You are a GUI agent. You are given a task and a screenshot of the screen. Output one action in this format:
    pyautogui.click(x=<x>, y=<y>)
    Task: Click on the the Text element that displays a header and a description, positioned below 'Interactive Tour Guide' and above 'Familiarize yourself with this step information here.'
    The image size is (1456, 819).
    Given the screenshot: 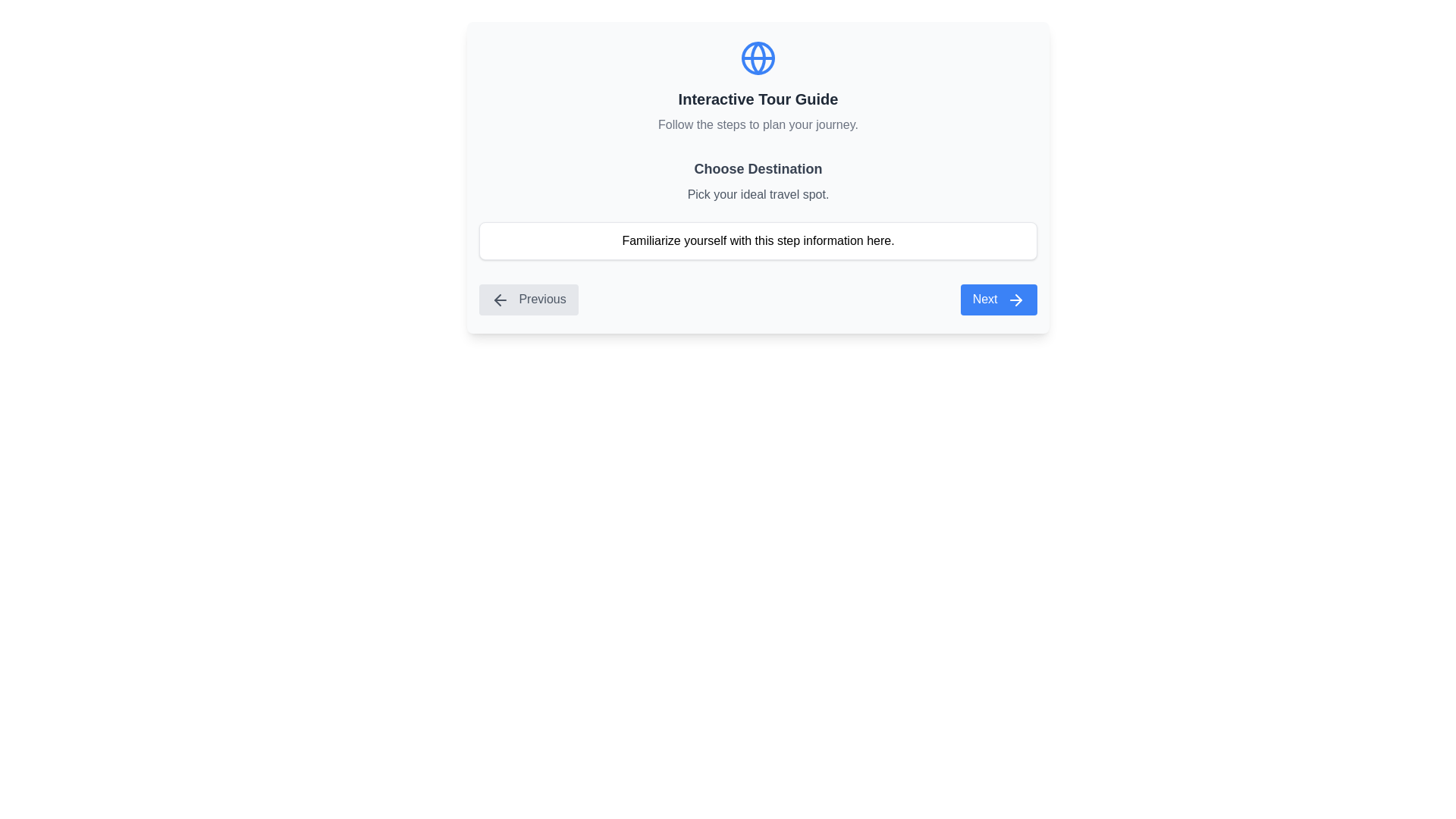 What is the action you would take?
    pyautogui.click(x=758, y=180)
    